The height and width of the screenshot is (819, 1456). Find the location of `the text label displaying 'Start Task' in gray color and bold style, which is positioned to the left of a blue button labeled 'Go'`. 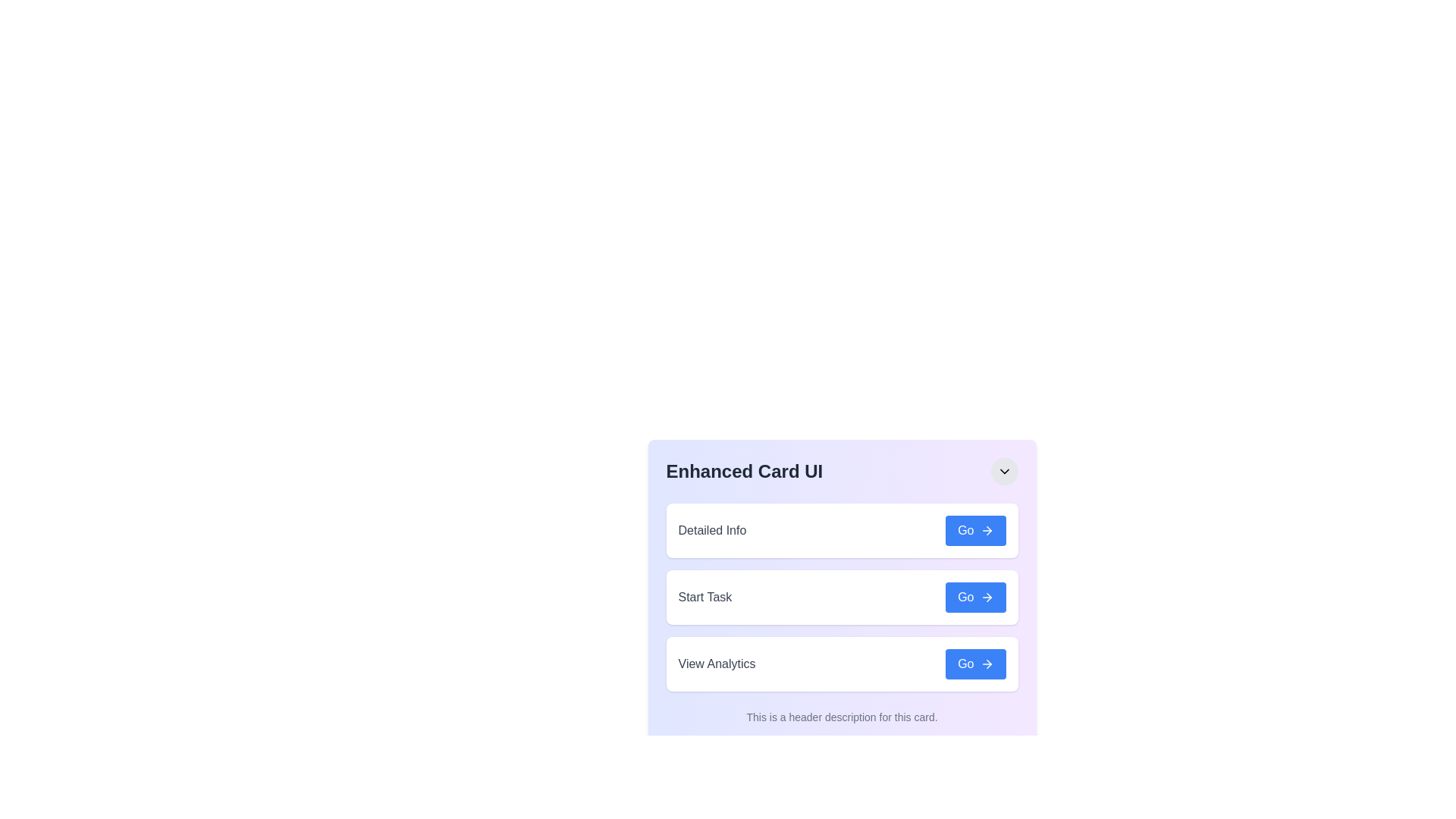

the text label displaying 'Start Task' in gray color and bold style, which is positioned to the left of a blue button labeled 'Go' is located at coordinates (704, 596).